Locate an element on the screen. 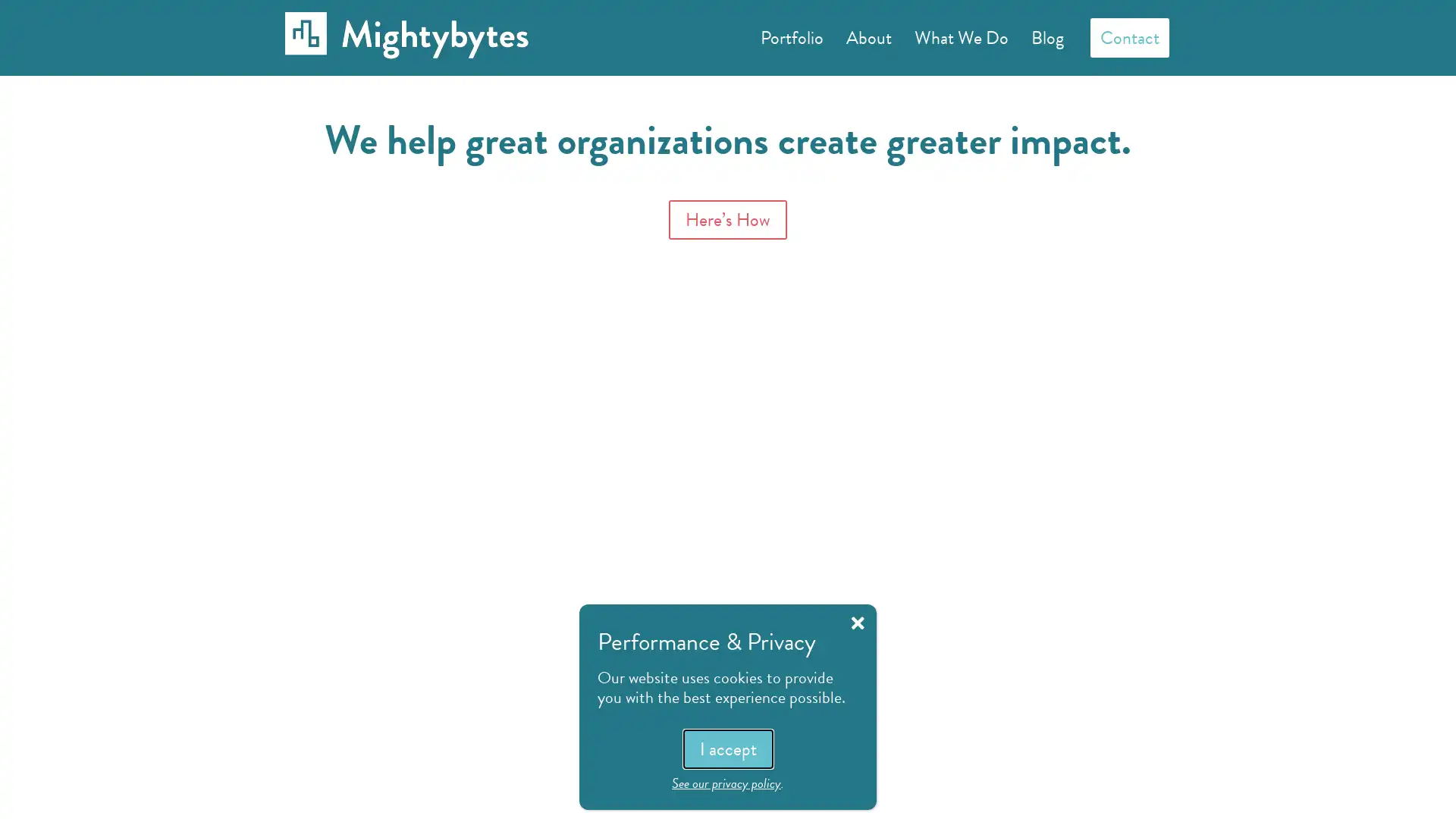  I accept is located at coordinates (726, 748).